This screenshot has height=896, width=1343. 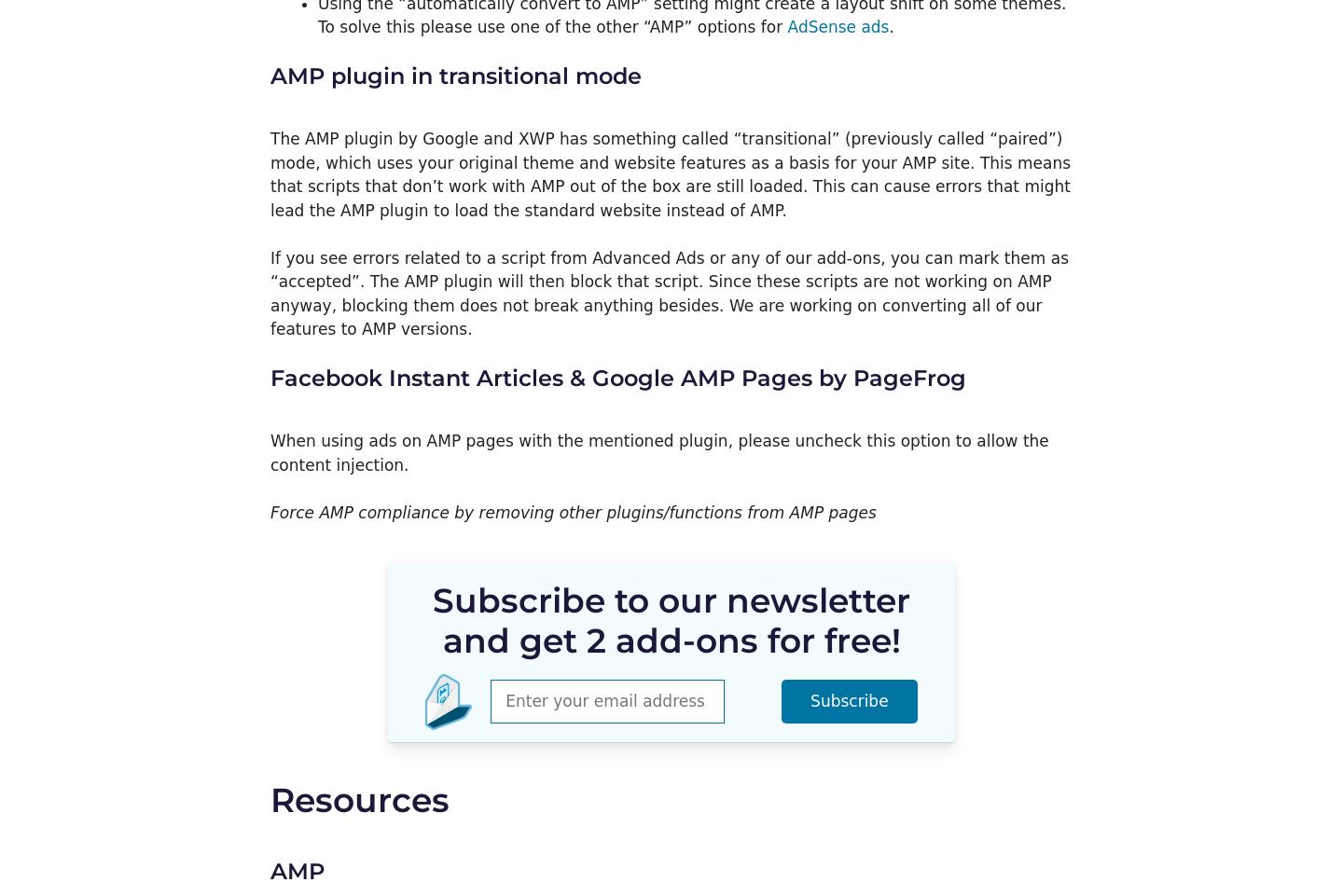 What do you see at coordinates (297, 870) in the screenshot?
I see `'AMP'` at bounding box center [297, 870].